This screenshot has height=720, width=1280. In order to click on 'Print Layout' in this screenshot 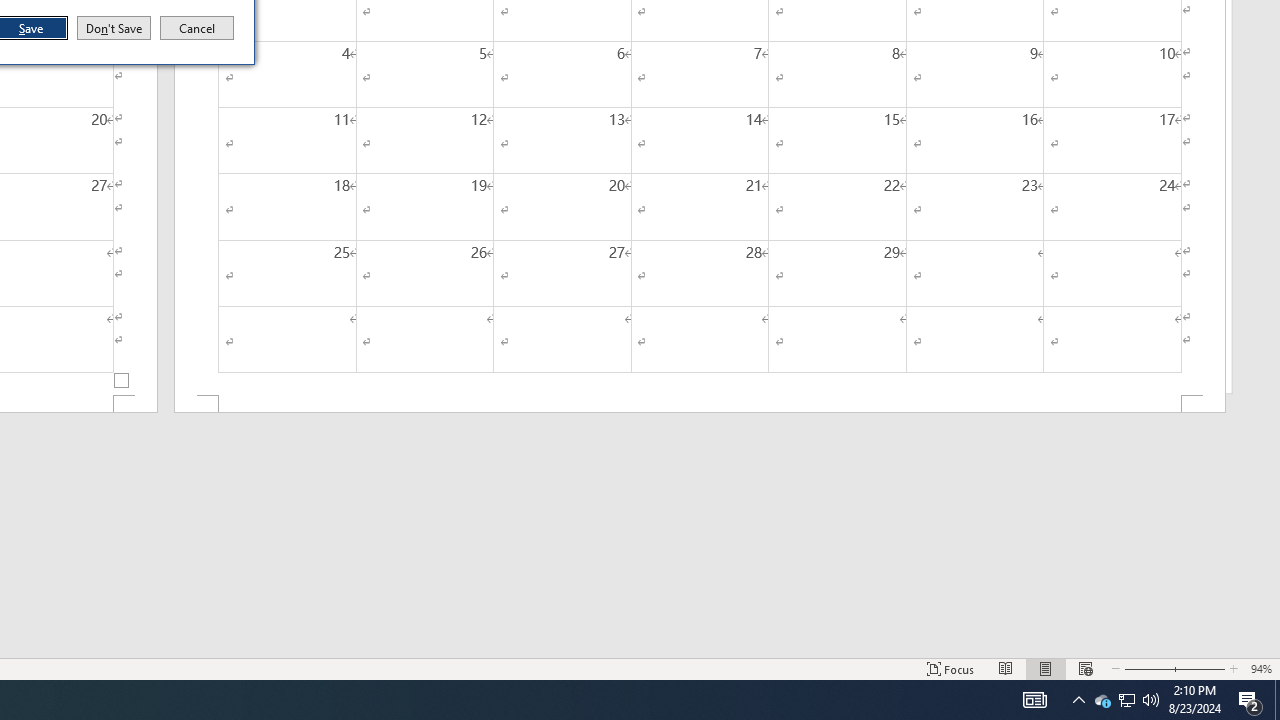, I will do `click(1045, 669)`.